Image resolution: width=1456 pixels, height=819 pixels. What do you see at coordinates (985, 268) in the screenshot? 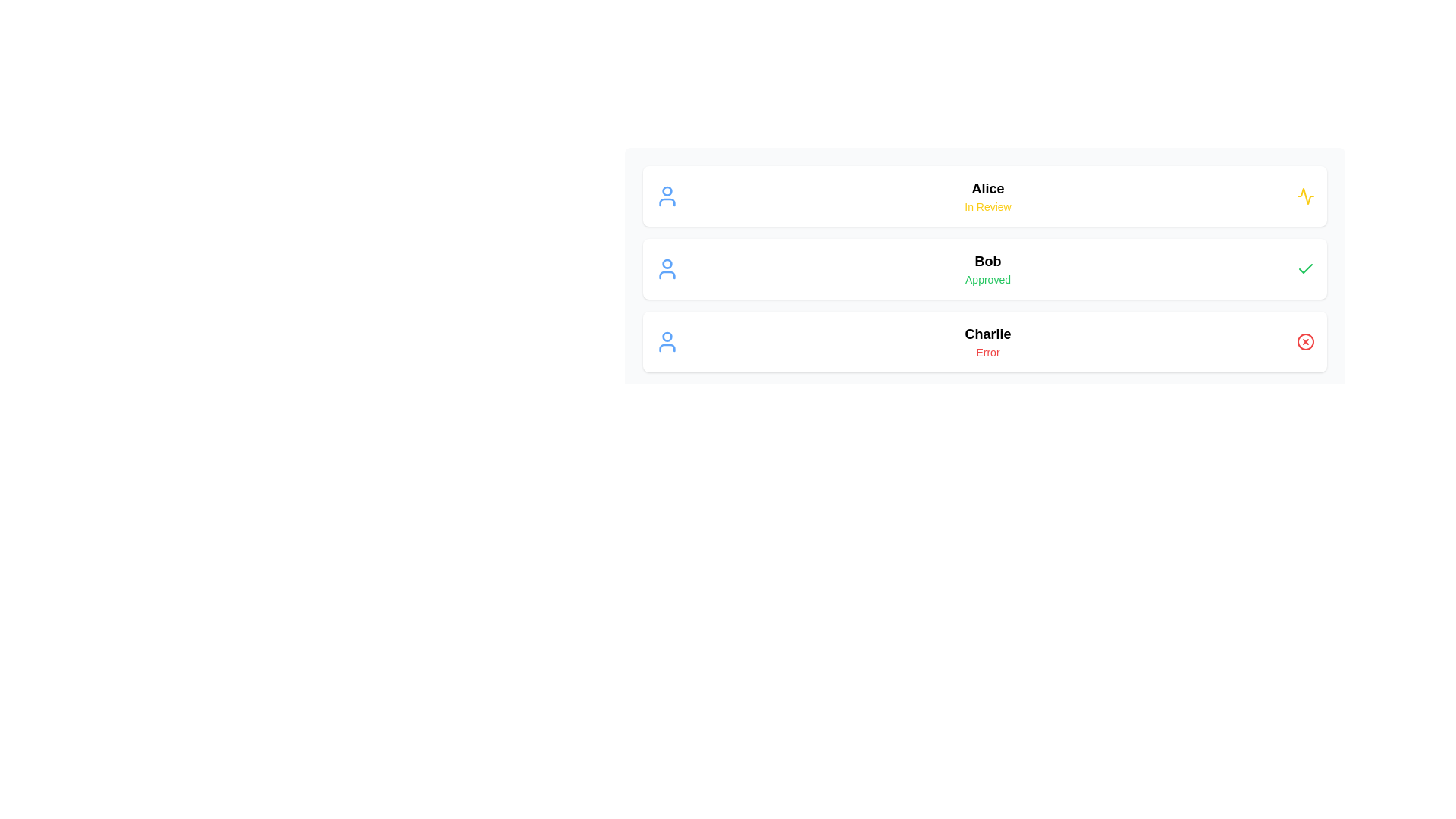
I see `the Information Display Block that contains the user icon for 'Bob' with 'Approved' text beneath it and a checkmark icon on the right` at bounding box center [985, 268].